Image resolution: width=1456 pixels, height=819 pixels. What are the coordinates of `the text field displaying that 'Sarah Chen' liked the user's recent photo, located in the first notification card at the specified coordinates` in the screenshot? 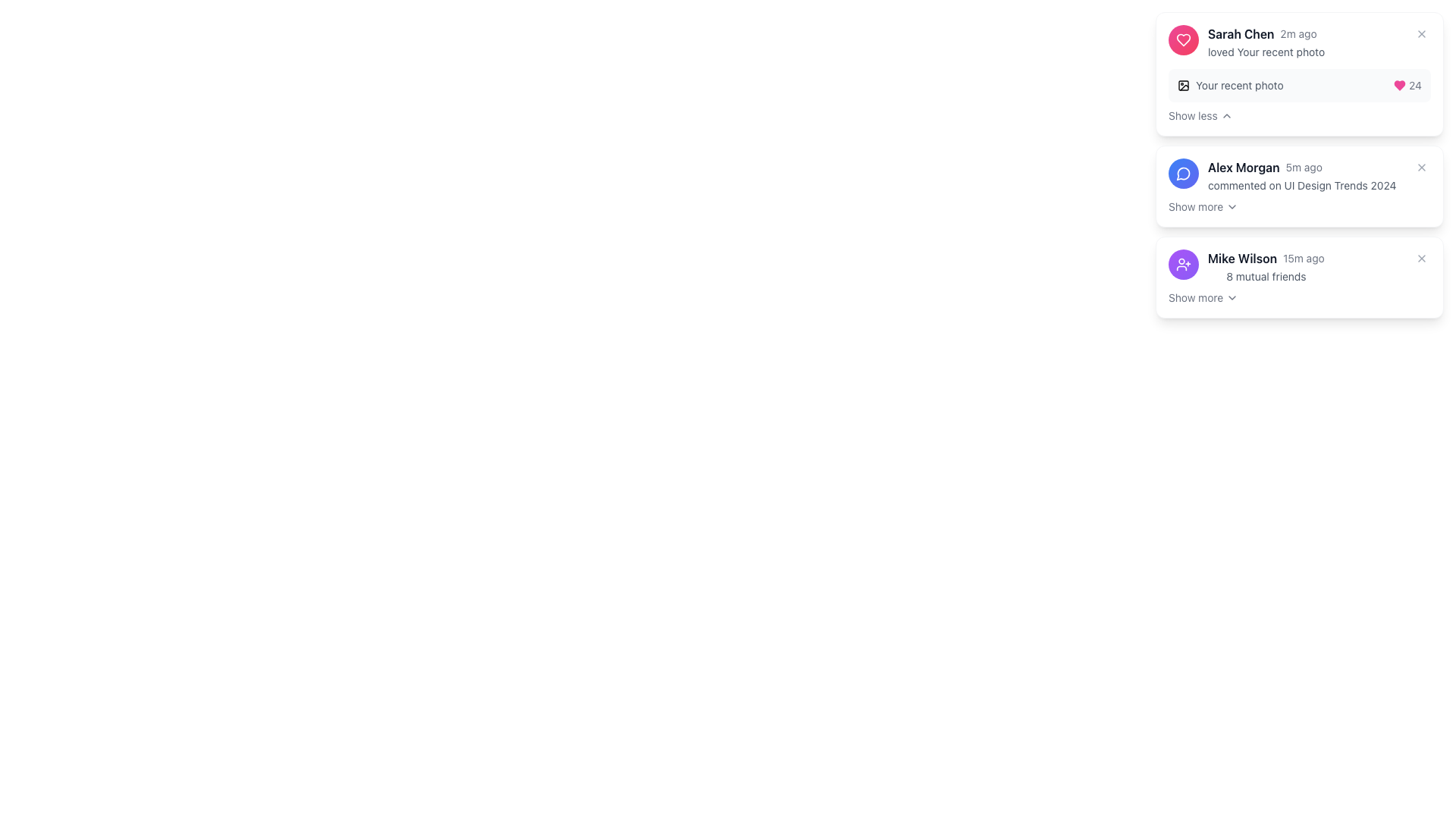 It's located at (1266, 42).